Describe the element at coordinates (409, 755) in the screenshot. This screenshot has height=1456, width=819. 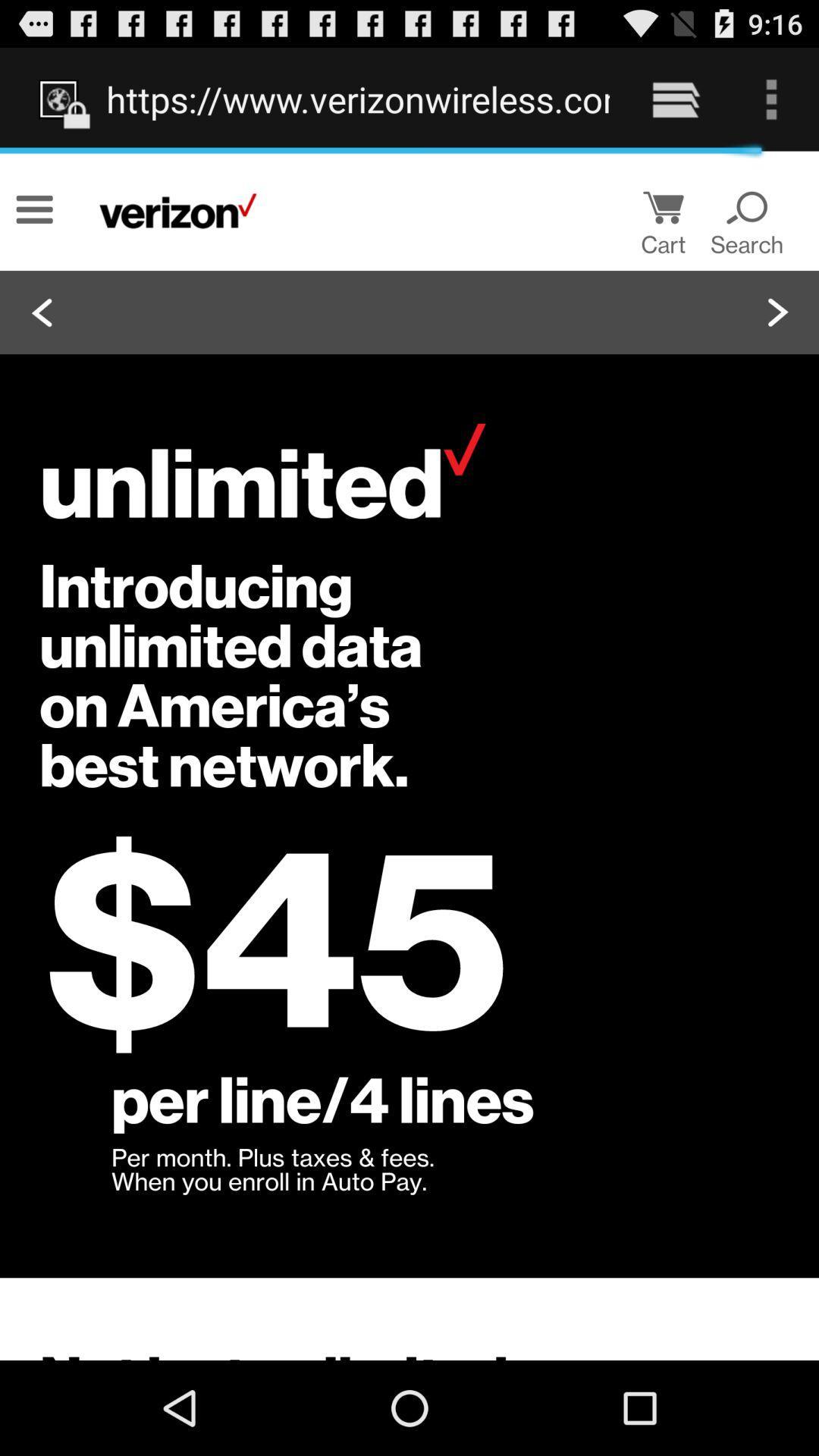
I see `icon below the https www verizonwireless item` at that location.